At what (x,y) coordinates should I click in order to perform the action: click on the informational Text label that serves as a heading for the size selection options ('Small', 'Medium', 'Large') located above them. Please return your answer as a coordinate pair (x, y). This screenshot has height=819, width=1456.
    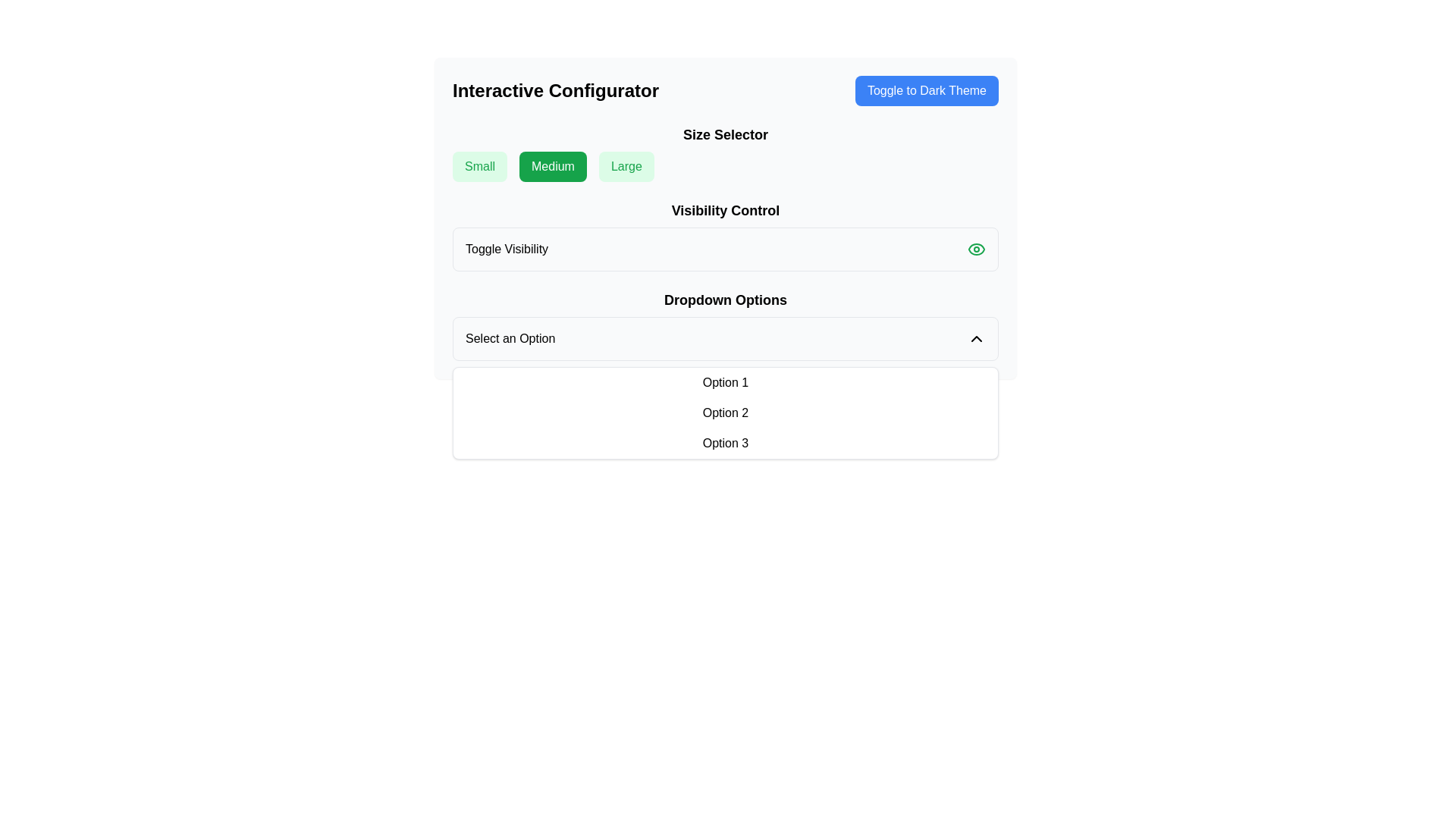
    Looking at the image, I should click on (724, 133).